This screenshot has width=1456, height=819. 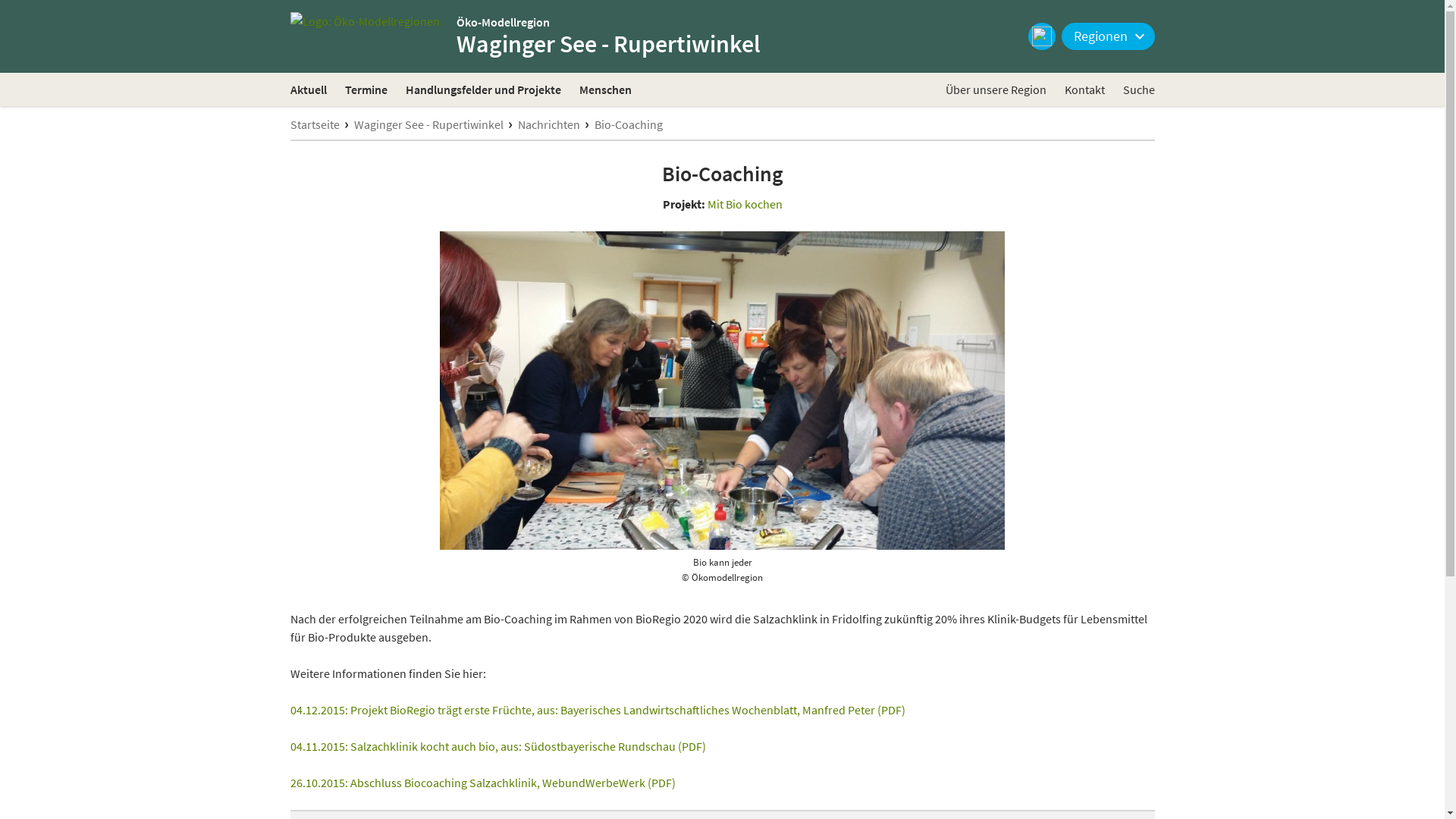 I want to click on 'Mit Bio kochen', so click(x=744, y=203).